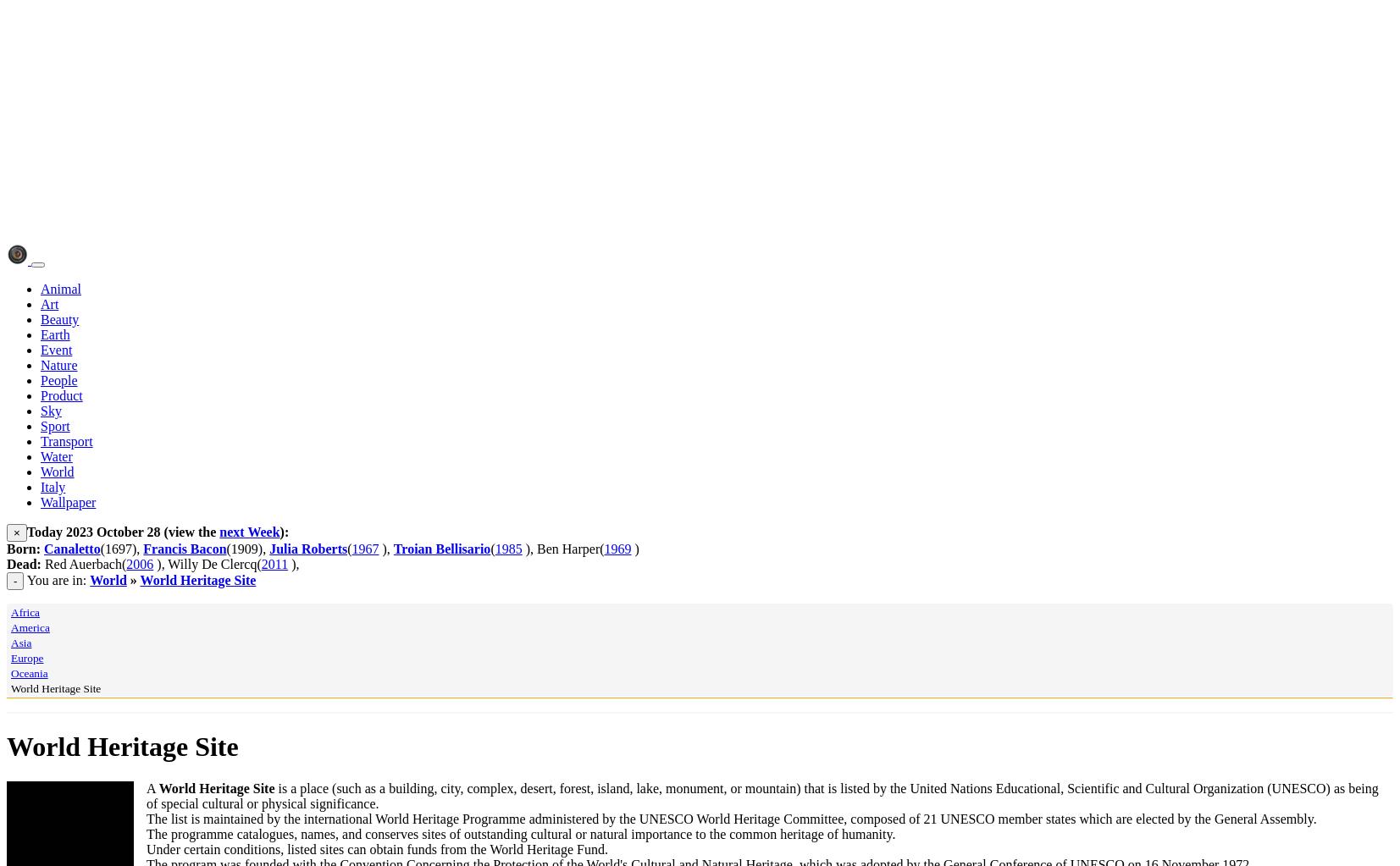 This screenshot has width=1400, height=866. I want to click on 'Europe', so click(26, 657).